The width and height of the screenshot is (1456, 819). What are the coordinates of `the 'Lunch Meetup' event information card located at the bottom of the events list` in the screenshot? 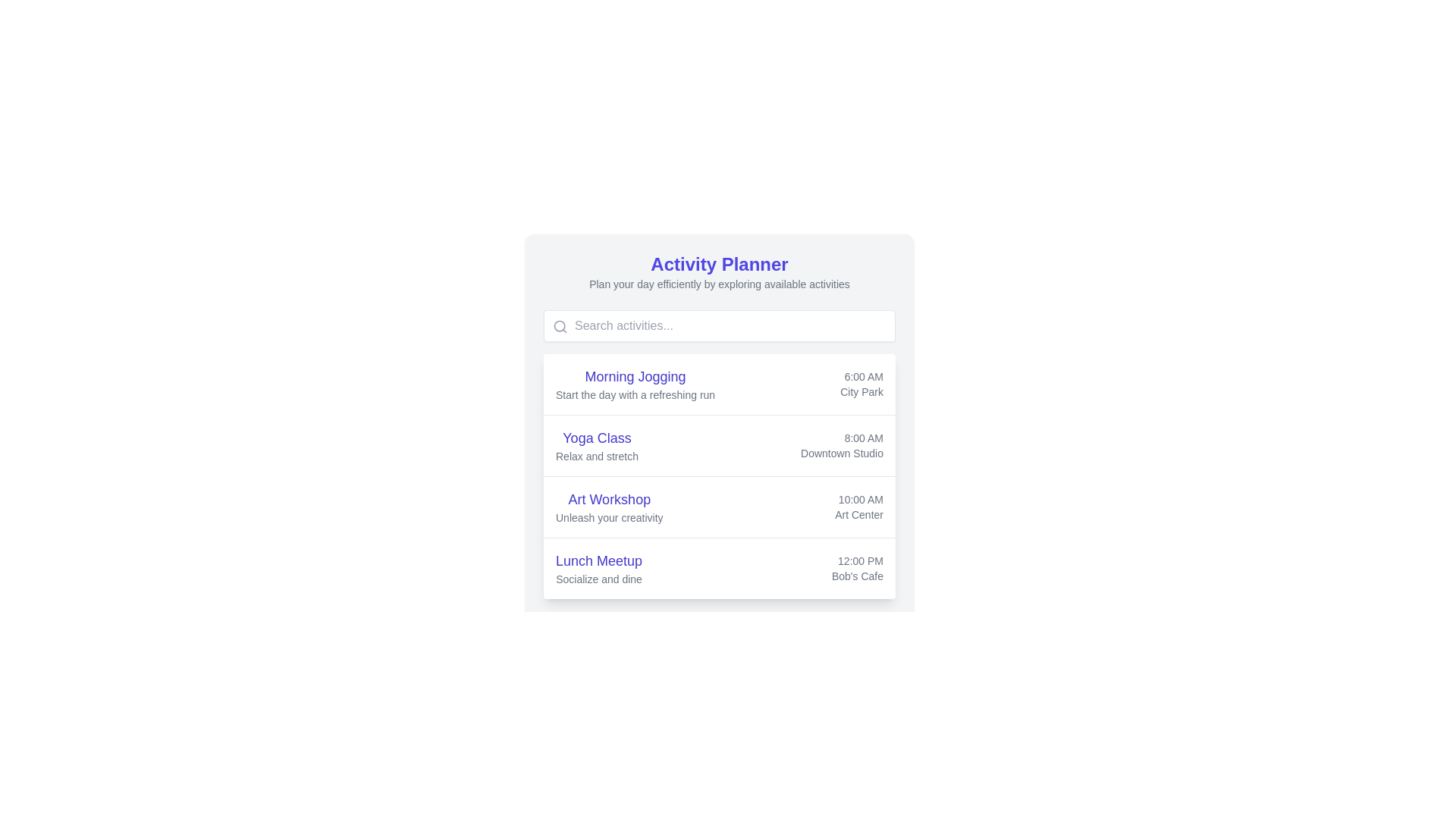 It's located at (719, 568).